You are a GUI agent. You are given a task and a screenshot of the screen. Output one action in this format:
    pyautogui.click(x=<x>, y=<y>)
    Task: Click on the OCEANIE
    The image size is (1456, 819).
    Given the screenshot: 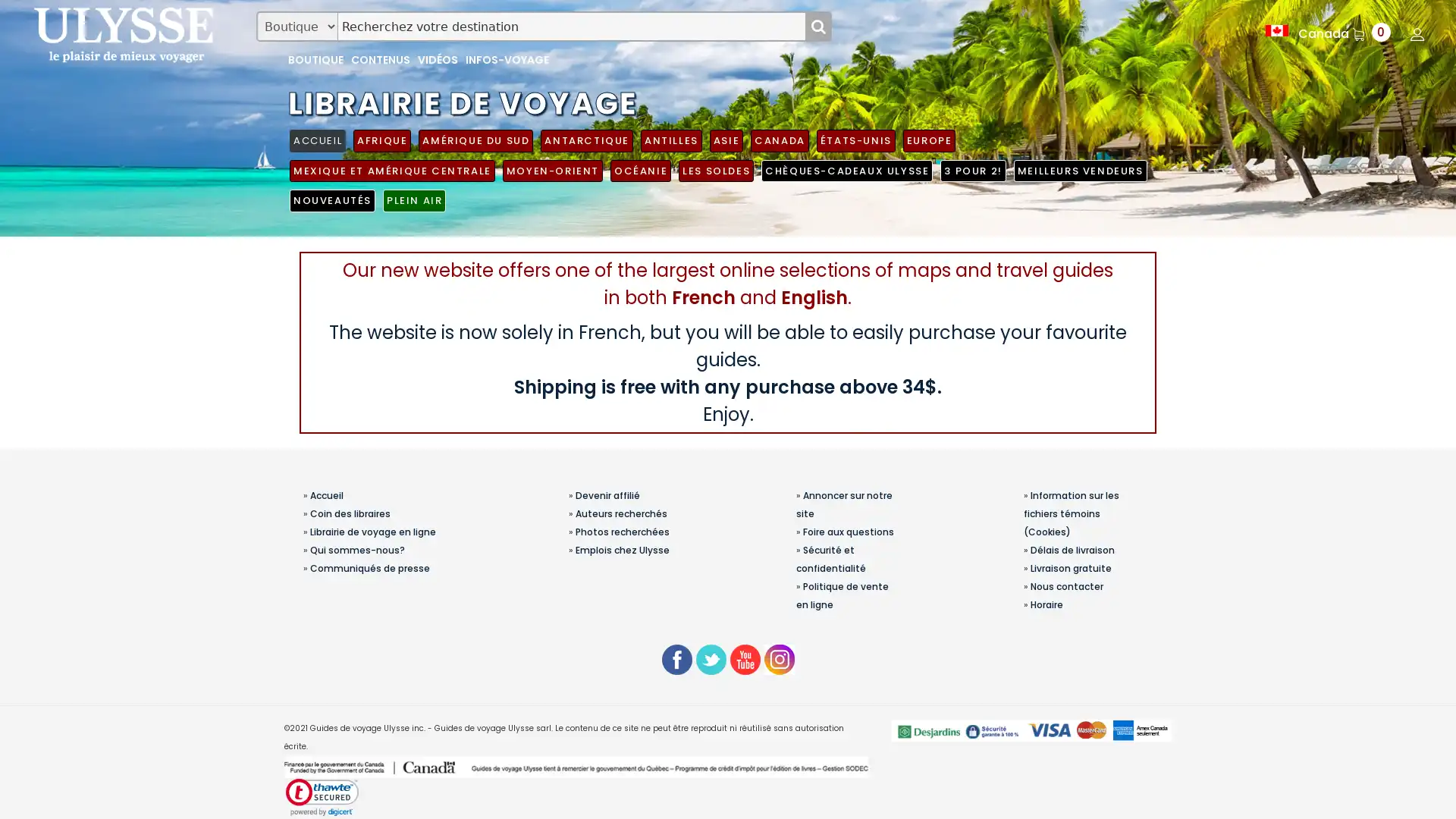 What is the action you would take?
    pyautogui.click(x=640, y=170)
    